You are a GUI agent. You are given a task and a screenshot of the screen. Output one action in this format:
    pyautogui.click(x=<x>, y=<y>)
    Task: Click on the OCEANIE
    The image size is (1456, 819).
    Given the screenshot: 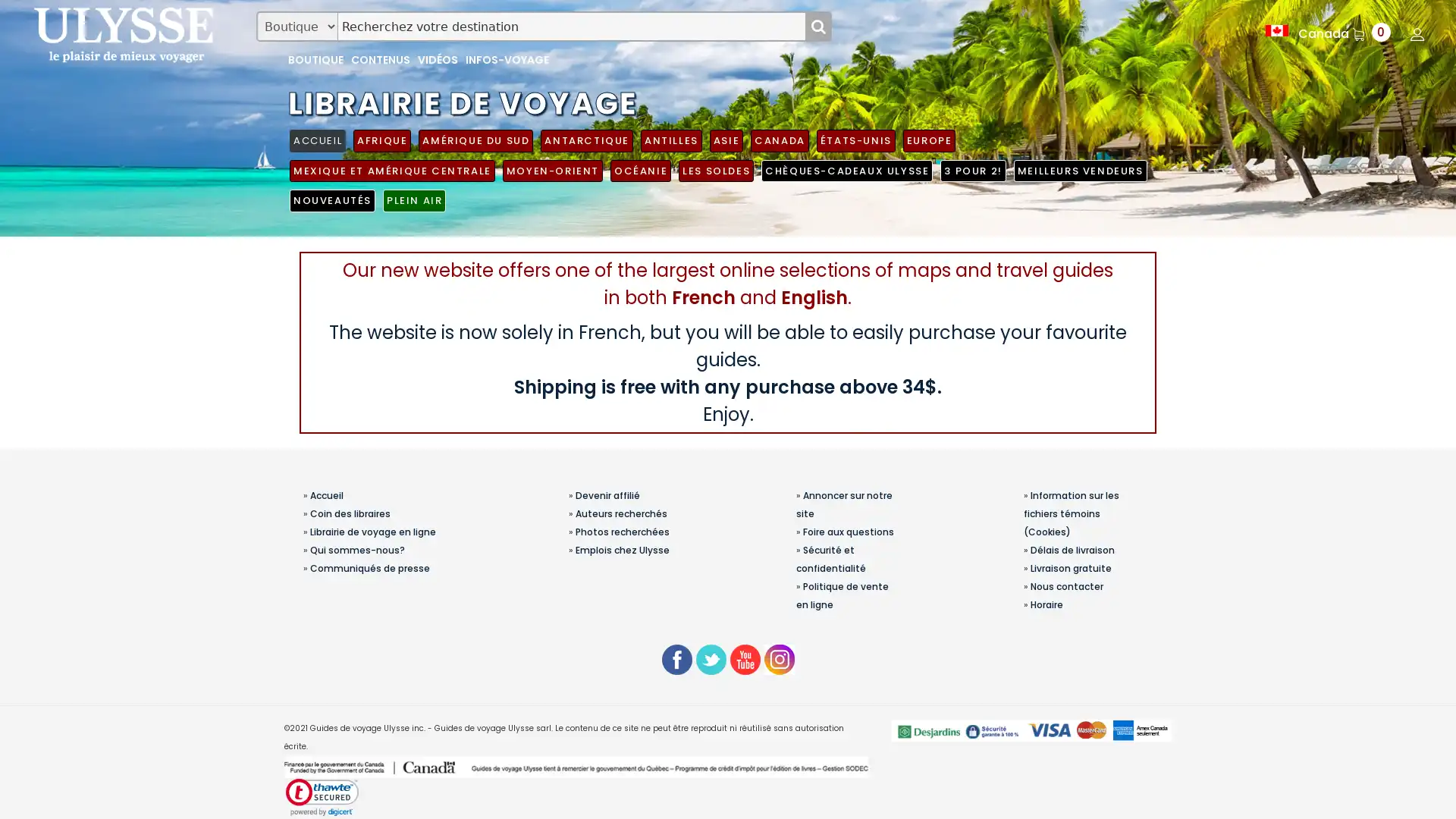 What is the action you would take?
    pyautogui.click(x=640, y=170)
    